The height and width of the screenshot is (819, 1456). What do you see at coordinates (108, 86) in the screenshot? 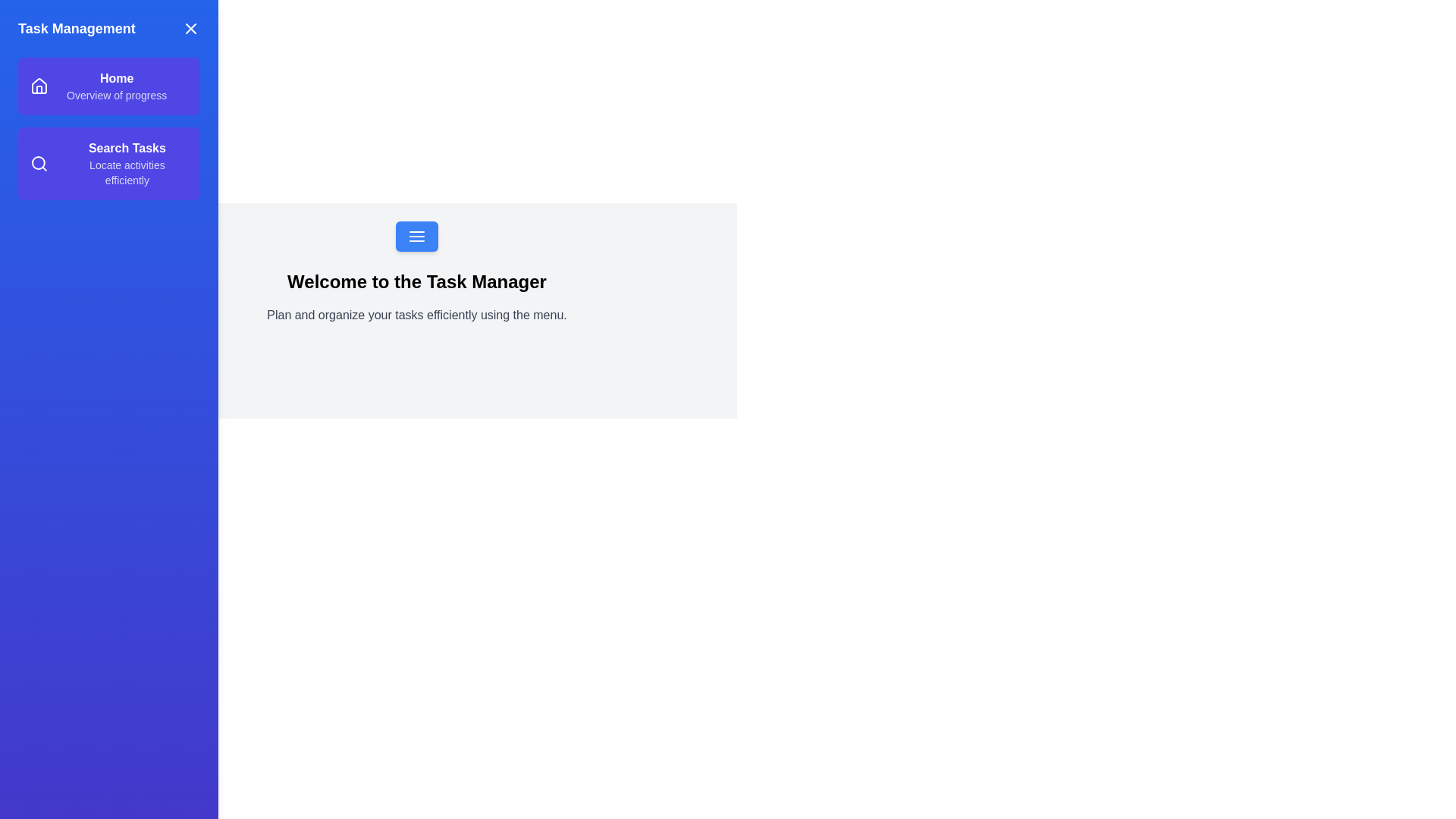
I see `the 'Home' section item in the drawer to navigate to the 'Home' section` at bounding box center [108, 86].